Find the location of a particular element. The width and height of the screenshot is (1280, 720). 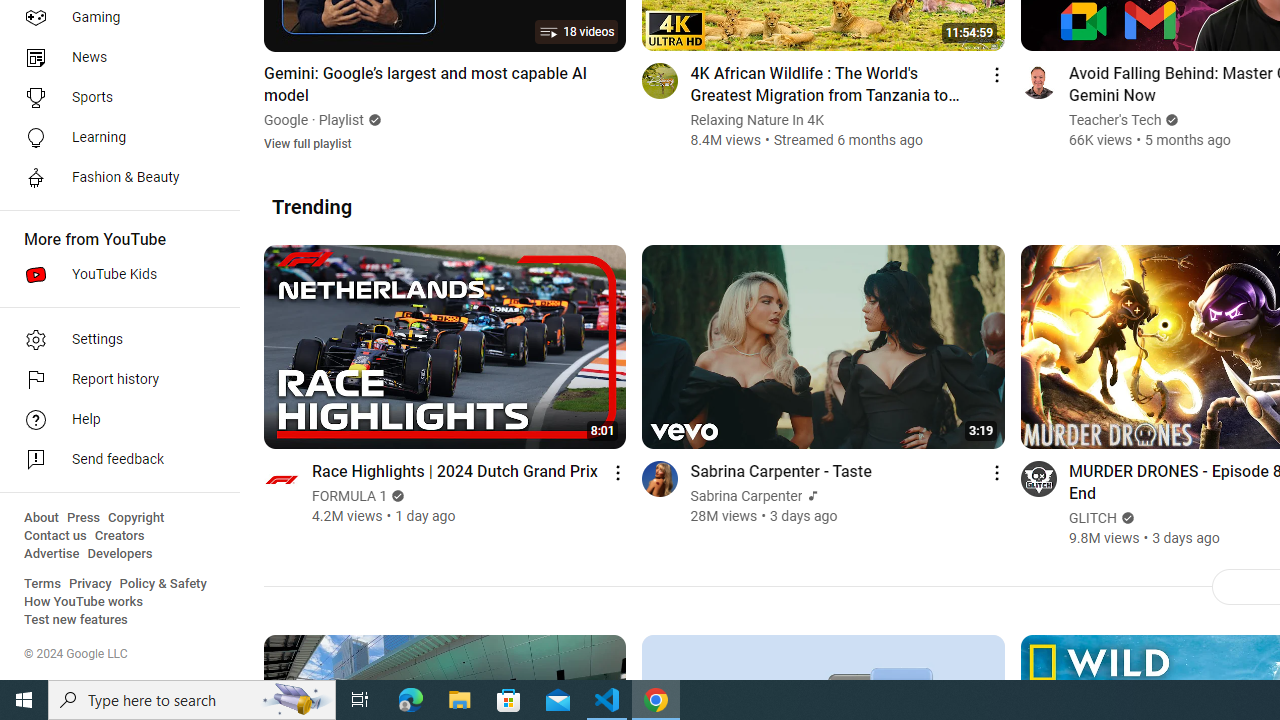

'Policy & Safety' is located at coordinates (163, 584).